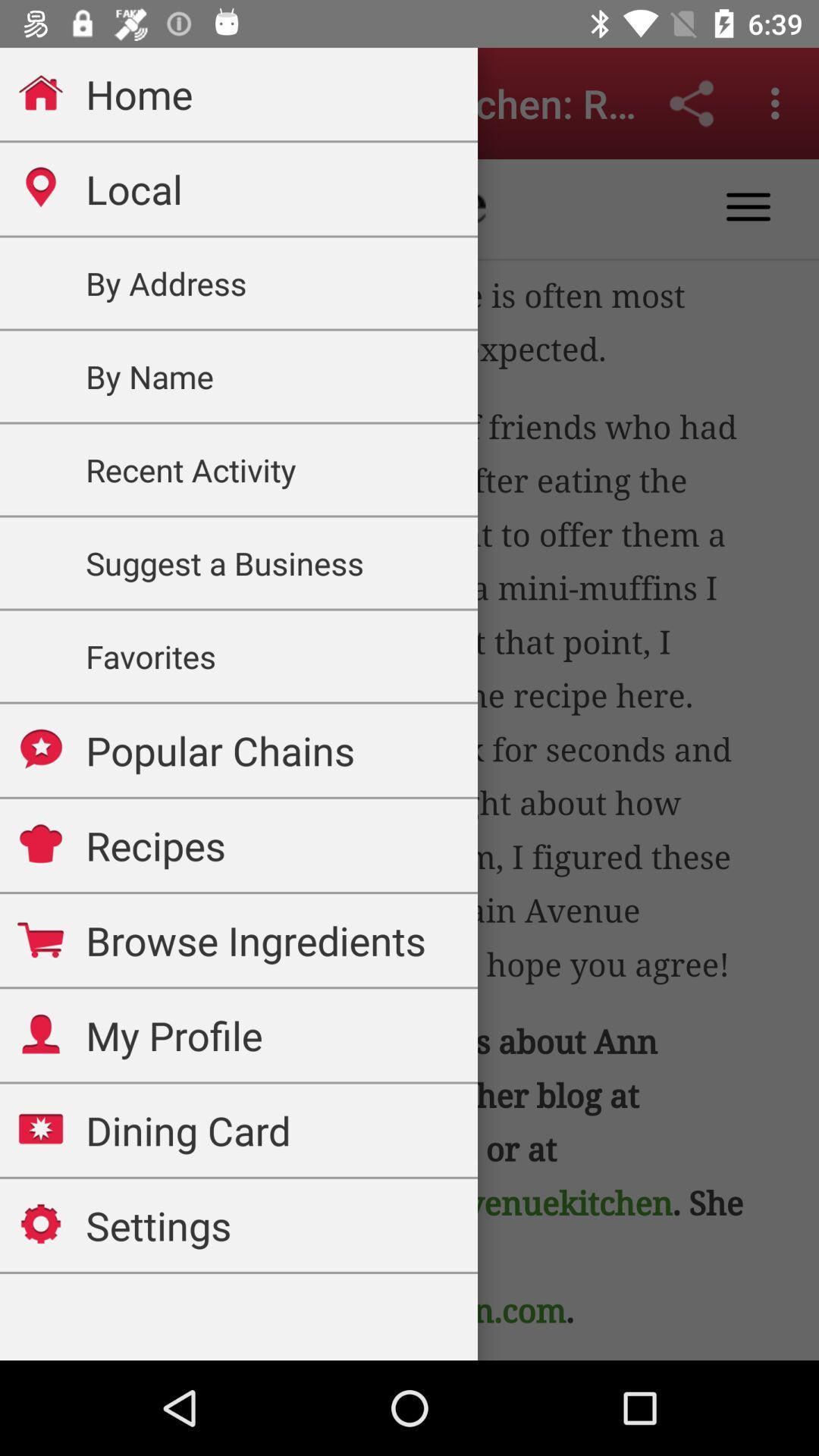 The image size is (819, 1456). Describe the element at coordinates (40, 843) in the screenshot. I see `the icon which is before recipes` at that location.